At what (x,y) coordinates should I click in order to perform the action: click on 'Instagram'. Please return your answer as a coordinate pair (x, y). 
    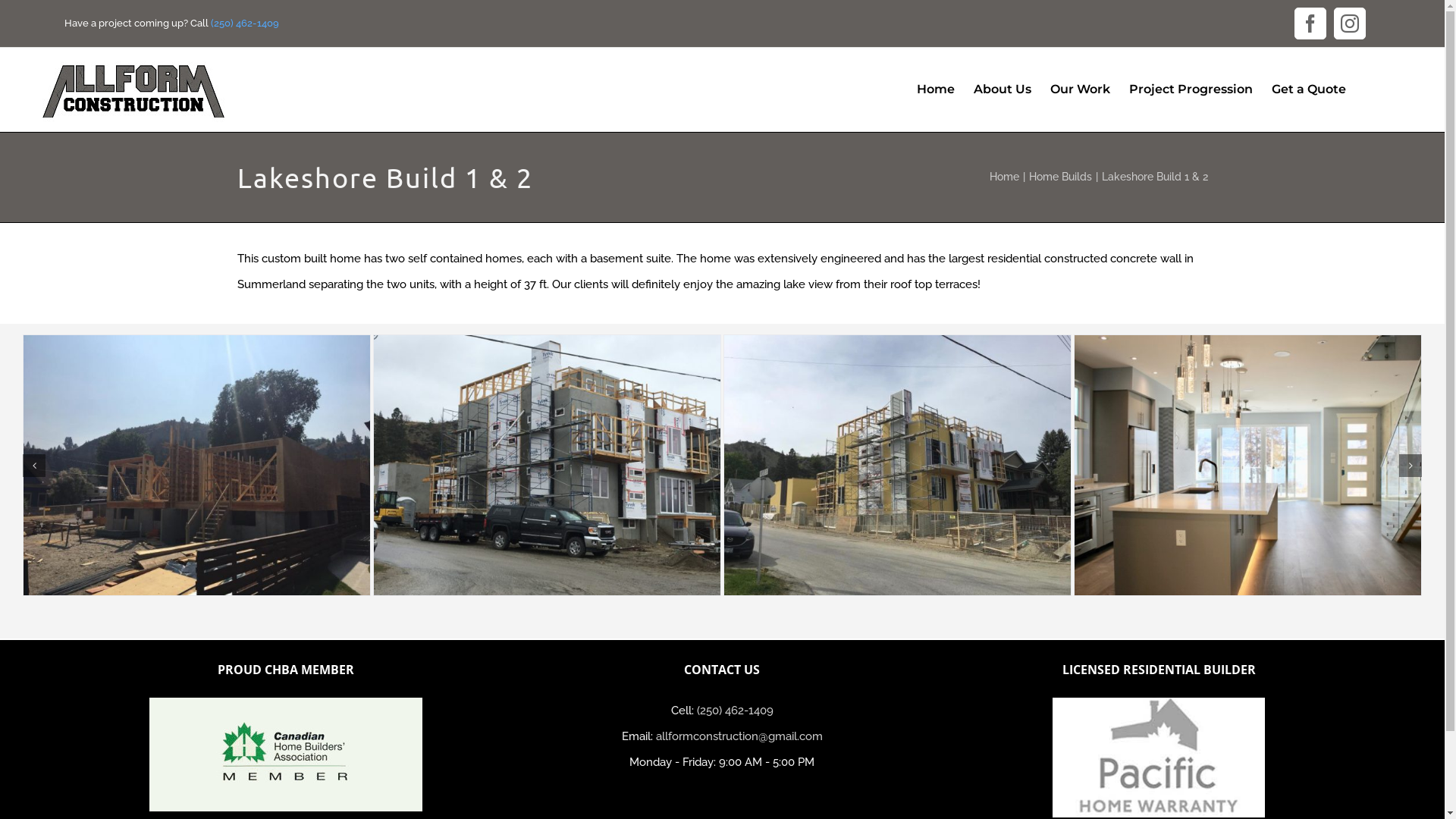
    Looking at the image, I should click on (1350, 23).